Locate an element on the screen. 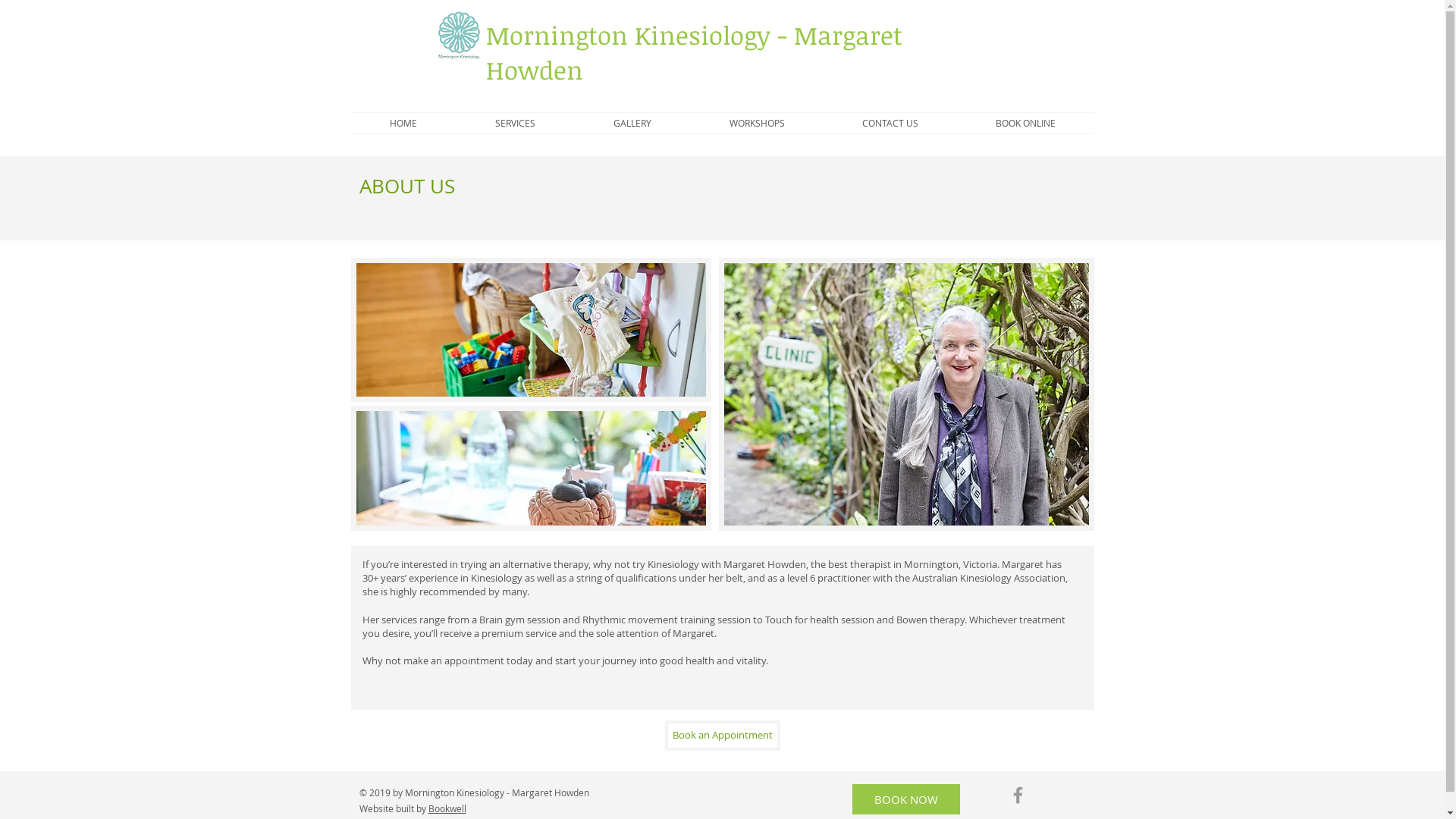 The width and height of the screenshot is (1456, 819). 'BOOK ONLINE' is located at coordinates (1025, 122).